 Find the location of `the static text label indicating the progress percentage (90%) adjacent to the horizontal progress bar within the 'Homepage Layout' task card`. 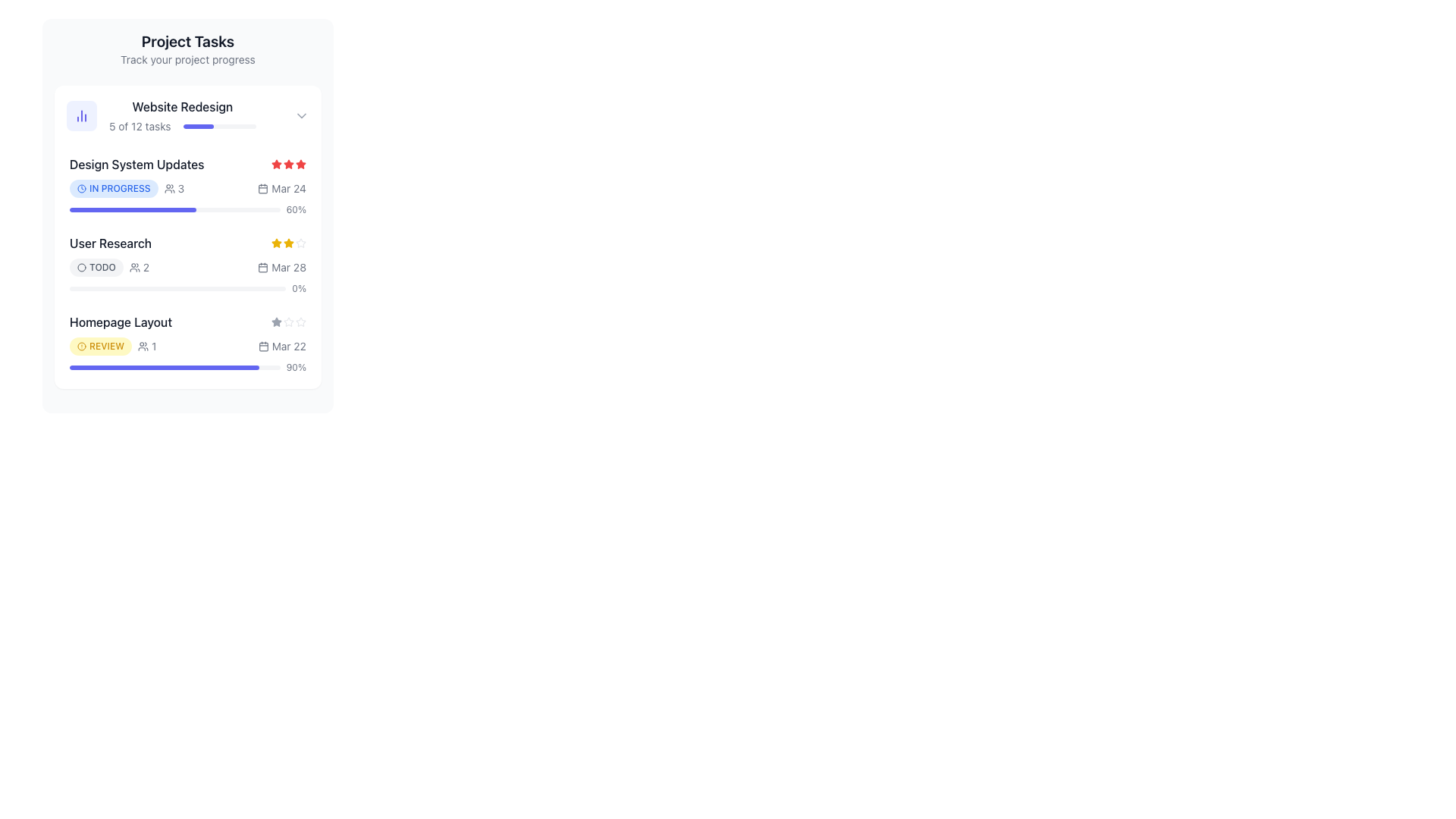

the static text label indicating the progress percentage (90%) adjacent to the horizontal progress bar within the 'Homepage Layout' task card is located at coordinates (296, 368).